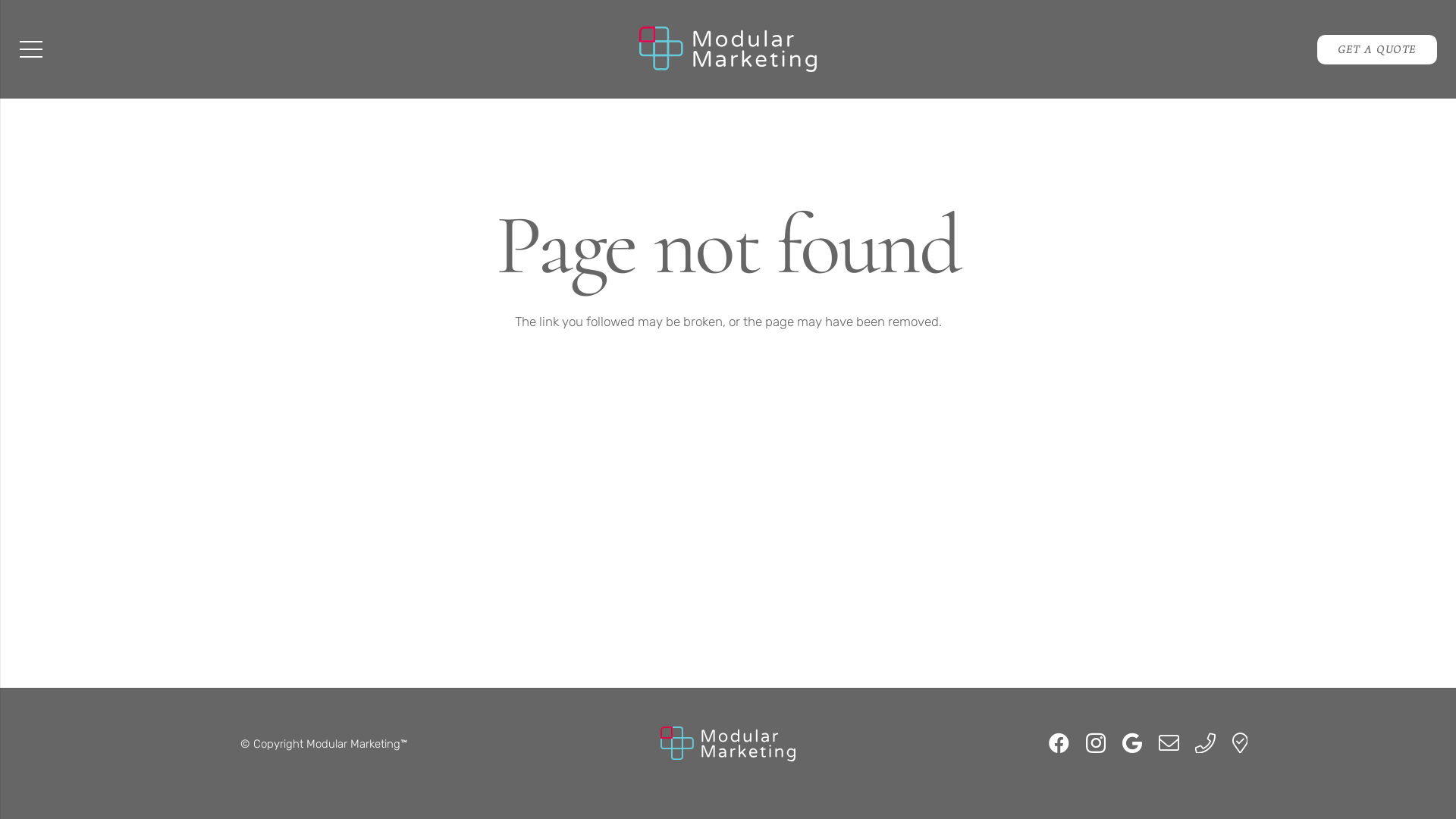 This screenshot has height=819, width=1456. I want to click on 'Title', so click(1232, 742).